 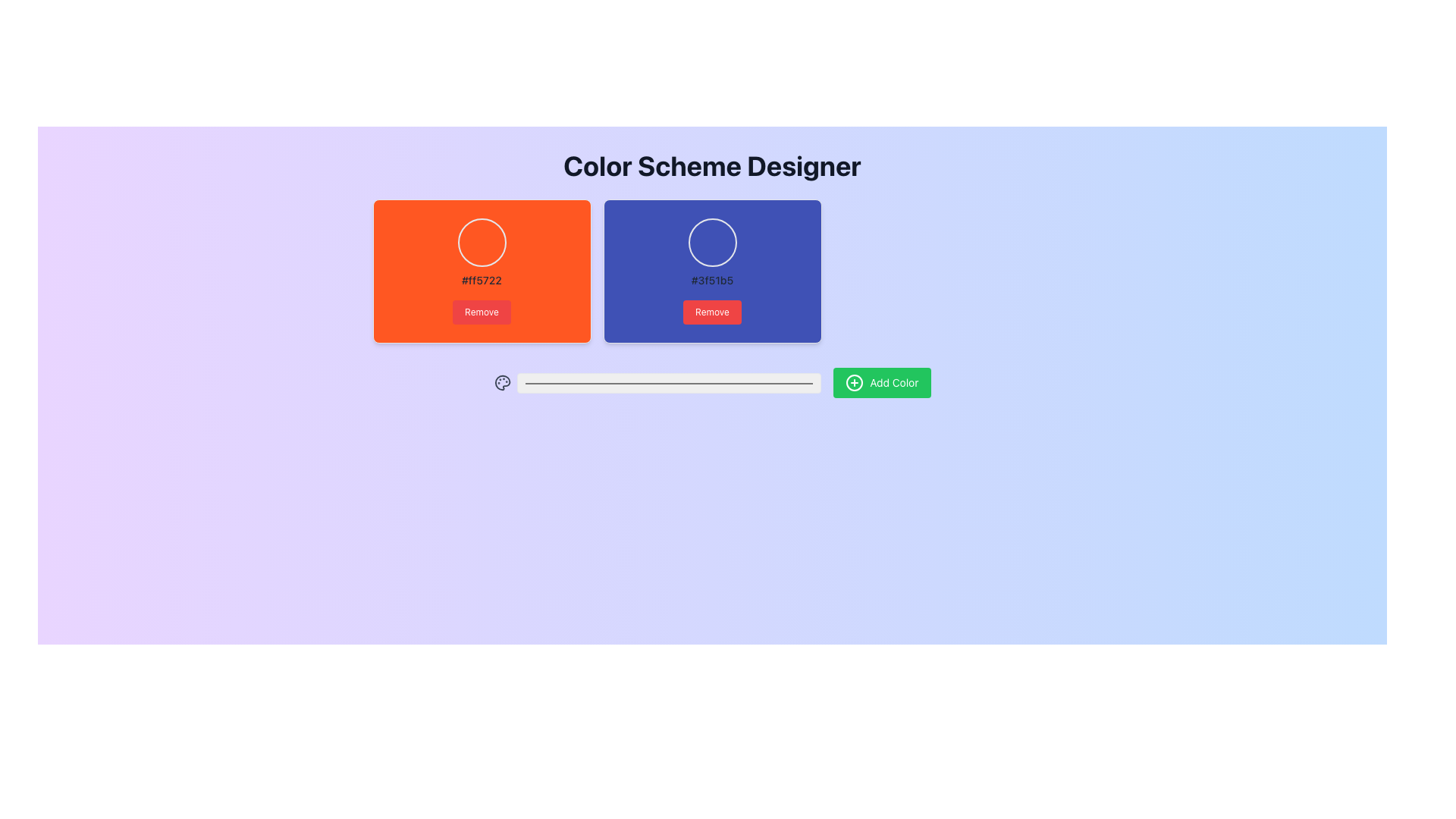 I want to click on the interactive color card located in the top-right corner of the grid layout, so click(x=711, y=271).